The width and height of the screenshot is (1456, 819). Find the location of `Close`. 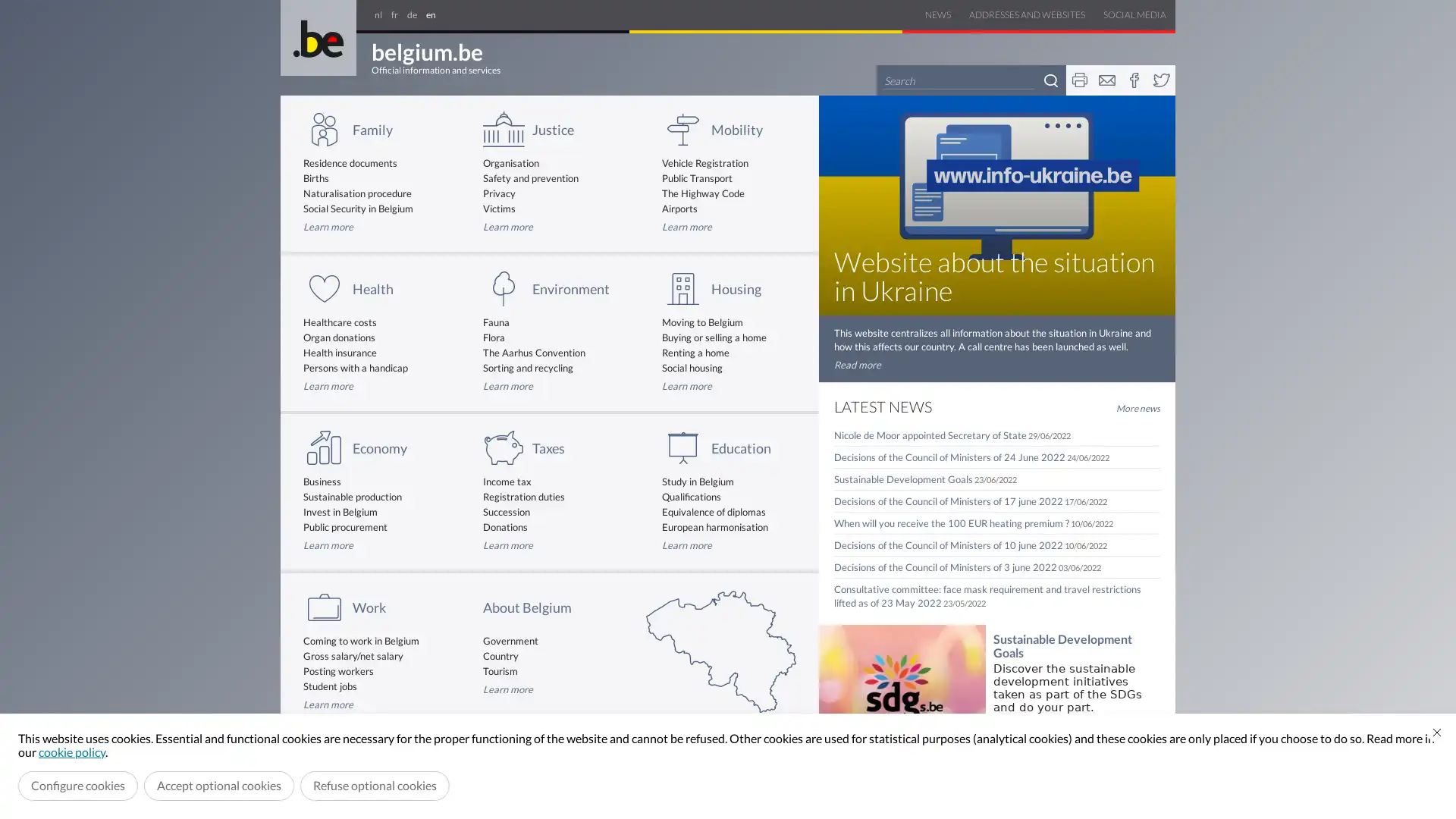

Close is located at coordinates (1436, 731).